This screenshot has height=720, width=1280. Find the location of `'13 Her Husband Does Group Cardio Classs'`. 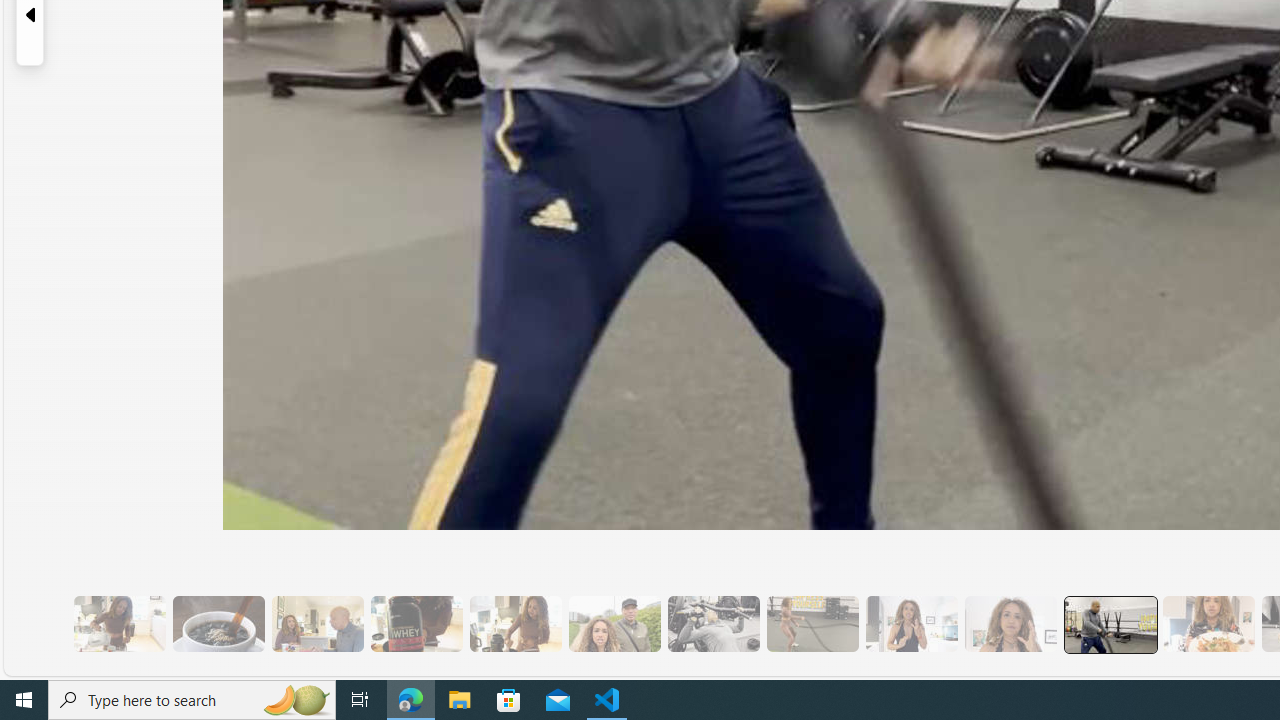

'13 Her Husband Does Group Cardio Classs' is located at coordinates (1108, 623).